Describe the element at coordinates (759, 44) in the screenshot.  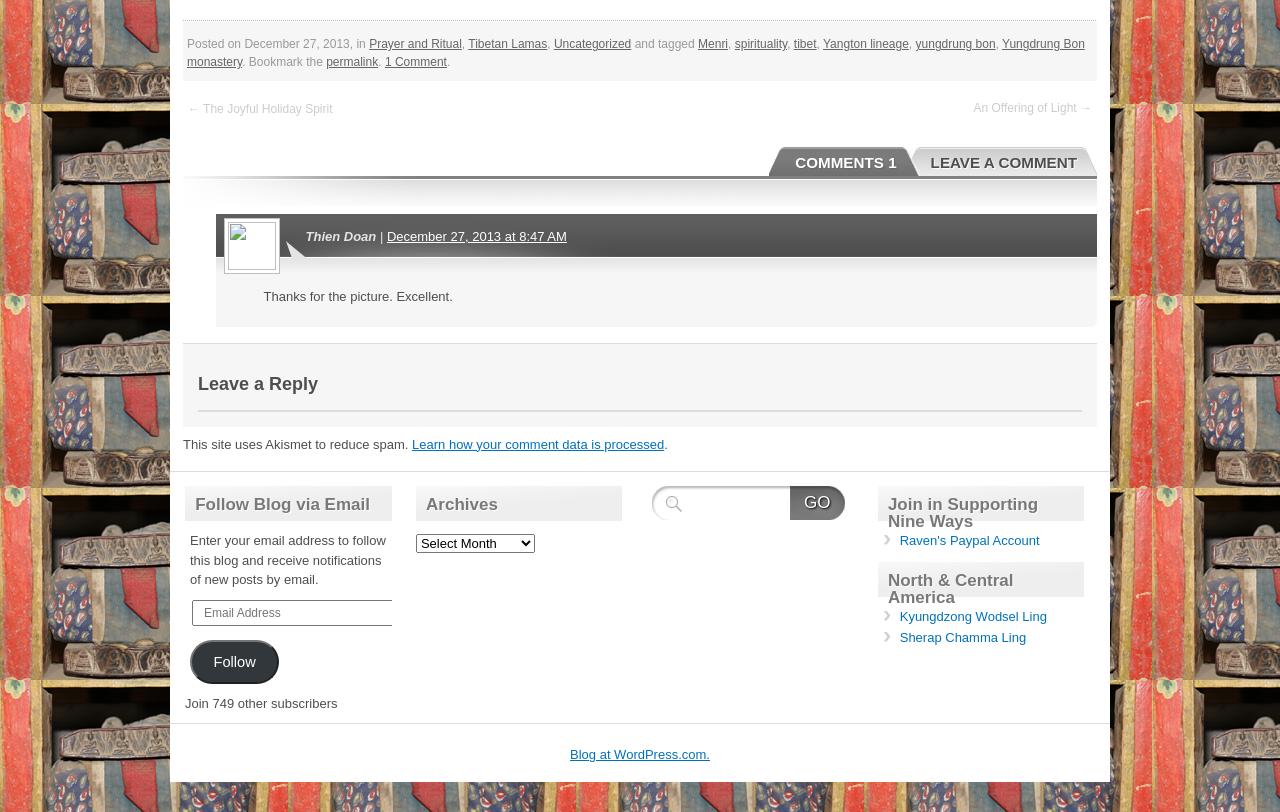
I see `'spirituality'` at that location.